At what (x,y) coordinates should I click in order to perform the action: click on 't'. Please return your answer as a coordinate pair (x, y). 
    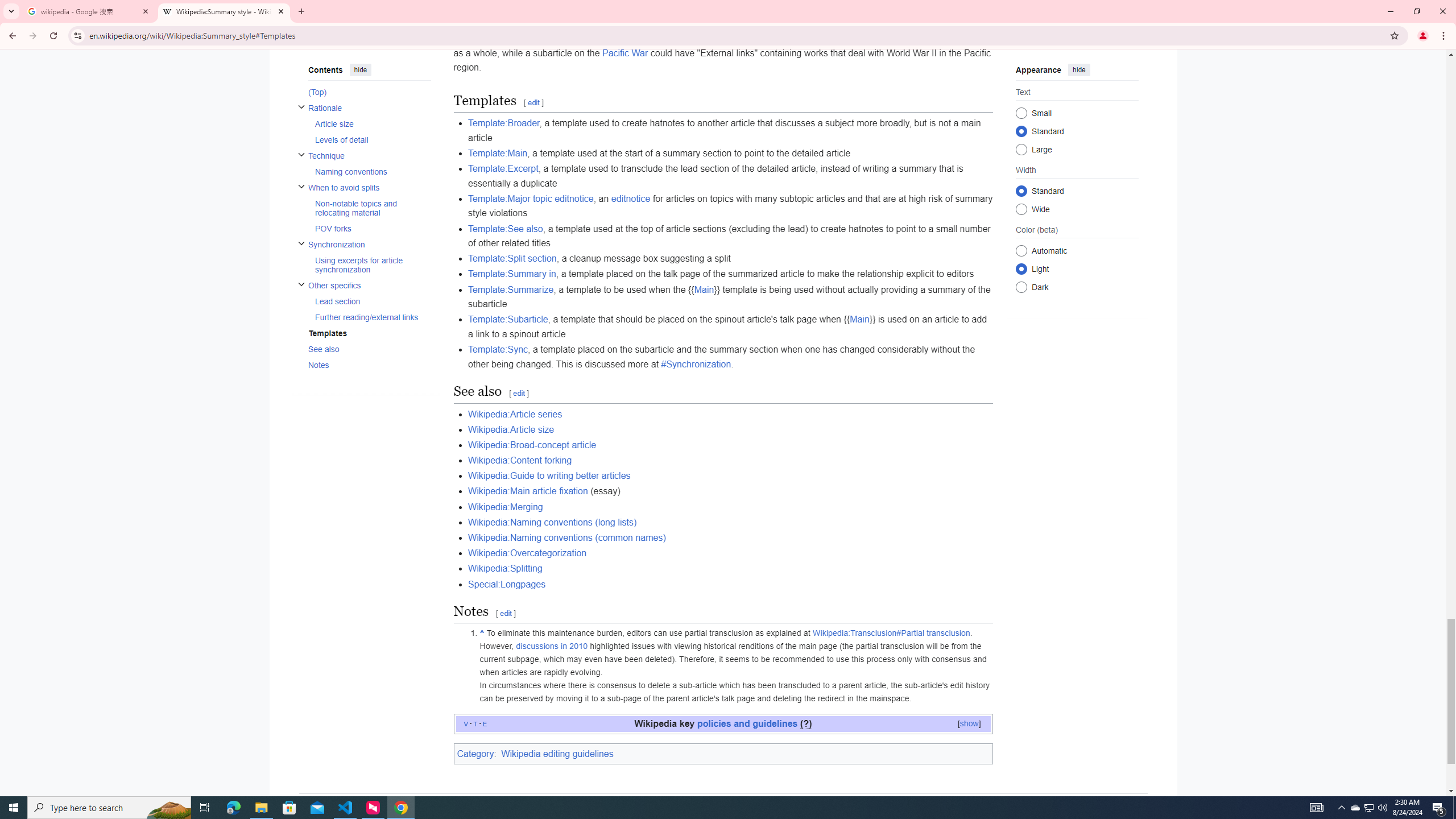
    Looking at the image, I should click on (475, 723).